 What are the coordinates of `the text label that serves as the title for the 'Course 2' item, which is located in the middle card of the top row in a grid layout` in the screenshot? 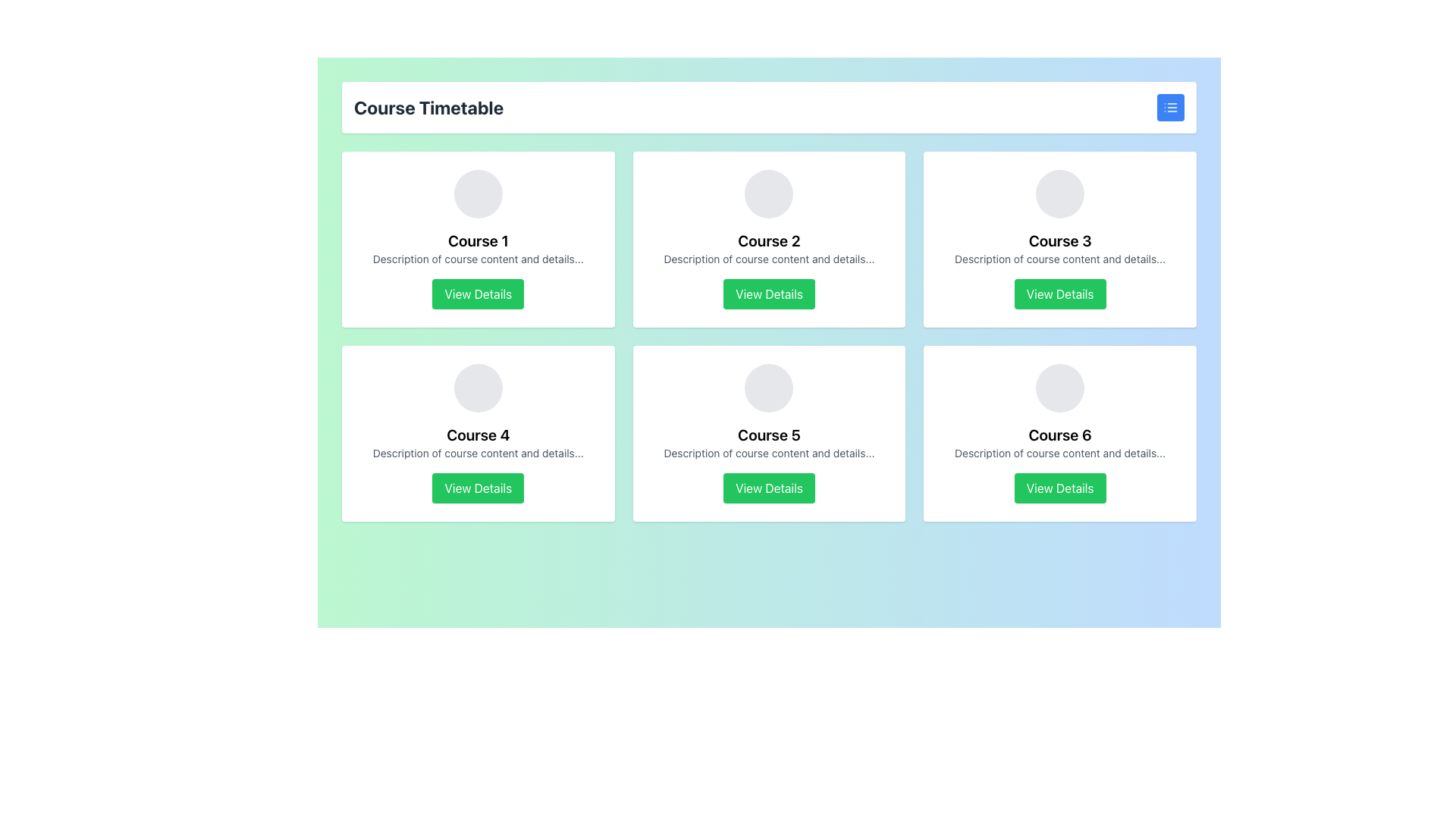 It's located at (769, 240).